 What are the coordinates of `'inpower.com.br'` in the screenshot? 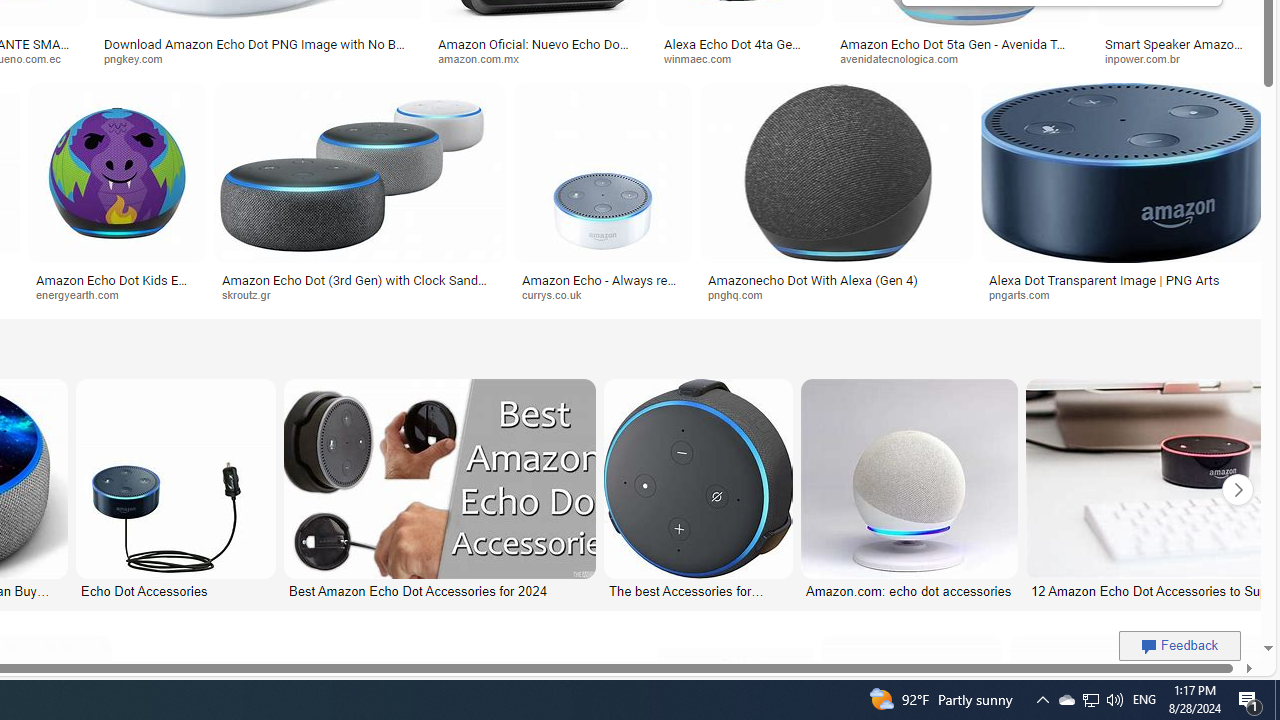 It's located at (1181, 58).